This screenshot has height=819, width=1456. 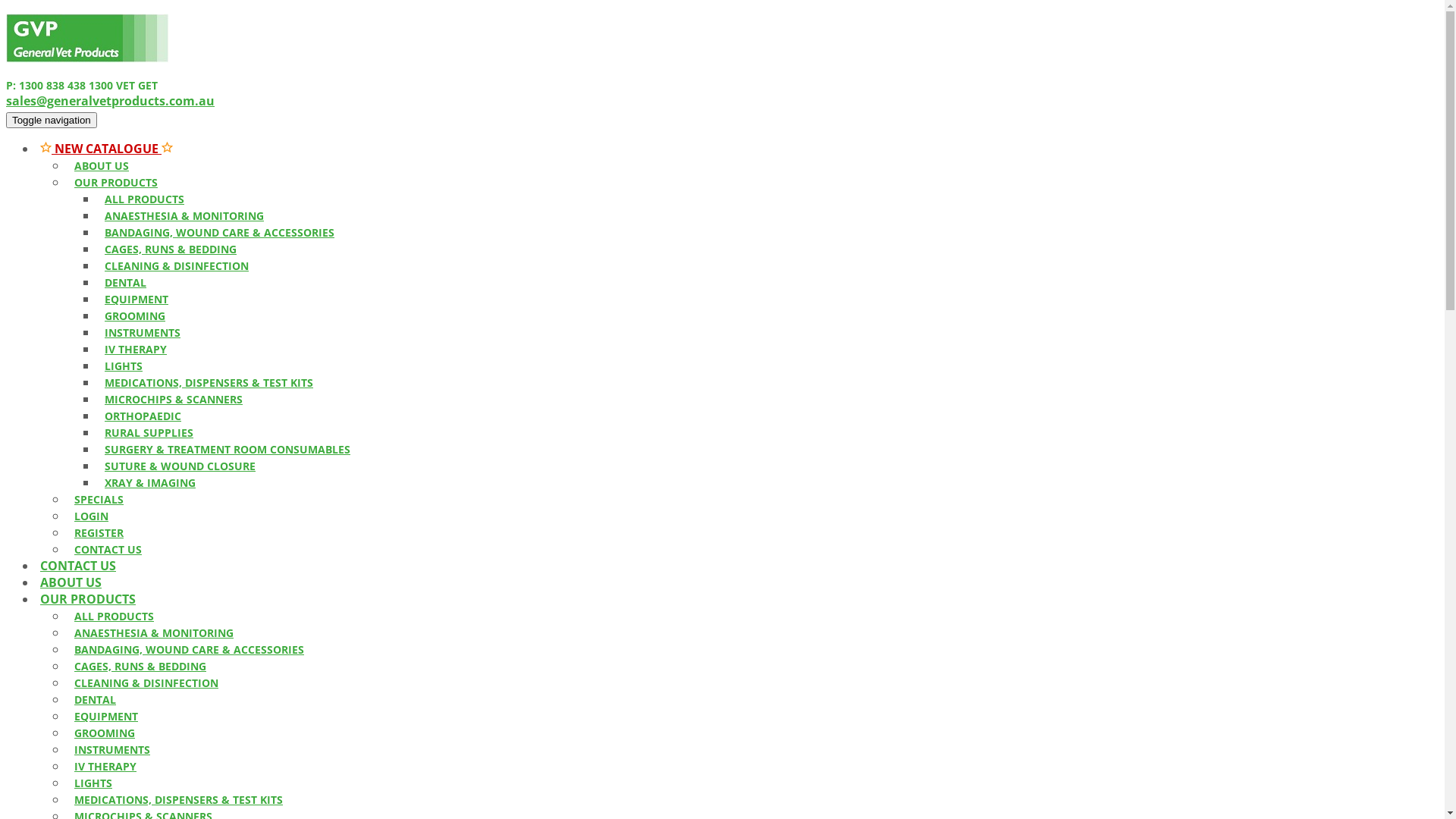 I want to click on 'CAGES, RUNS & BEDDING', so click(x=140, y=665).